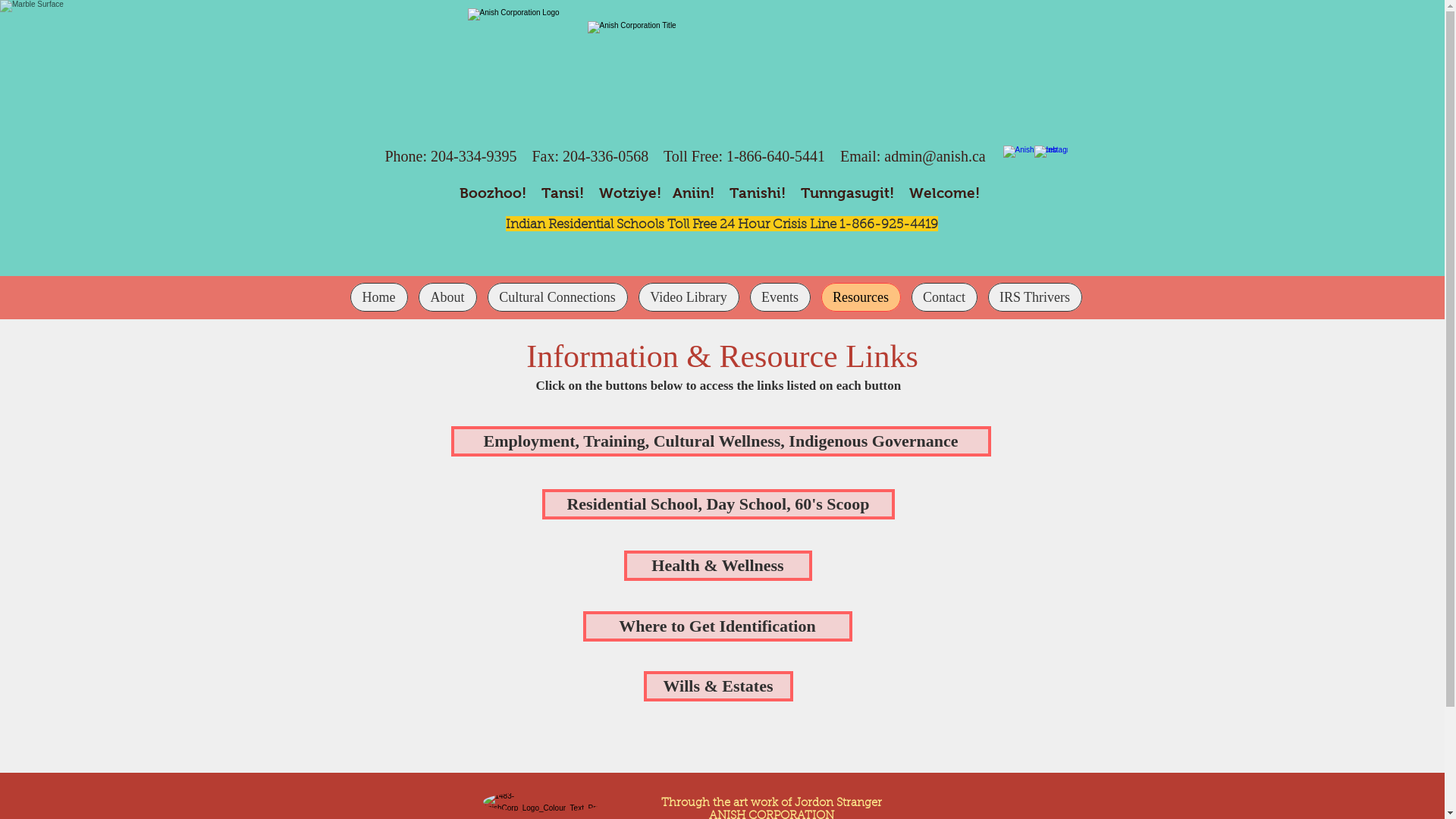  Describe the element at coordinates (688, 297) in the screenshot. I see `'Video Library'` at that location.